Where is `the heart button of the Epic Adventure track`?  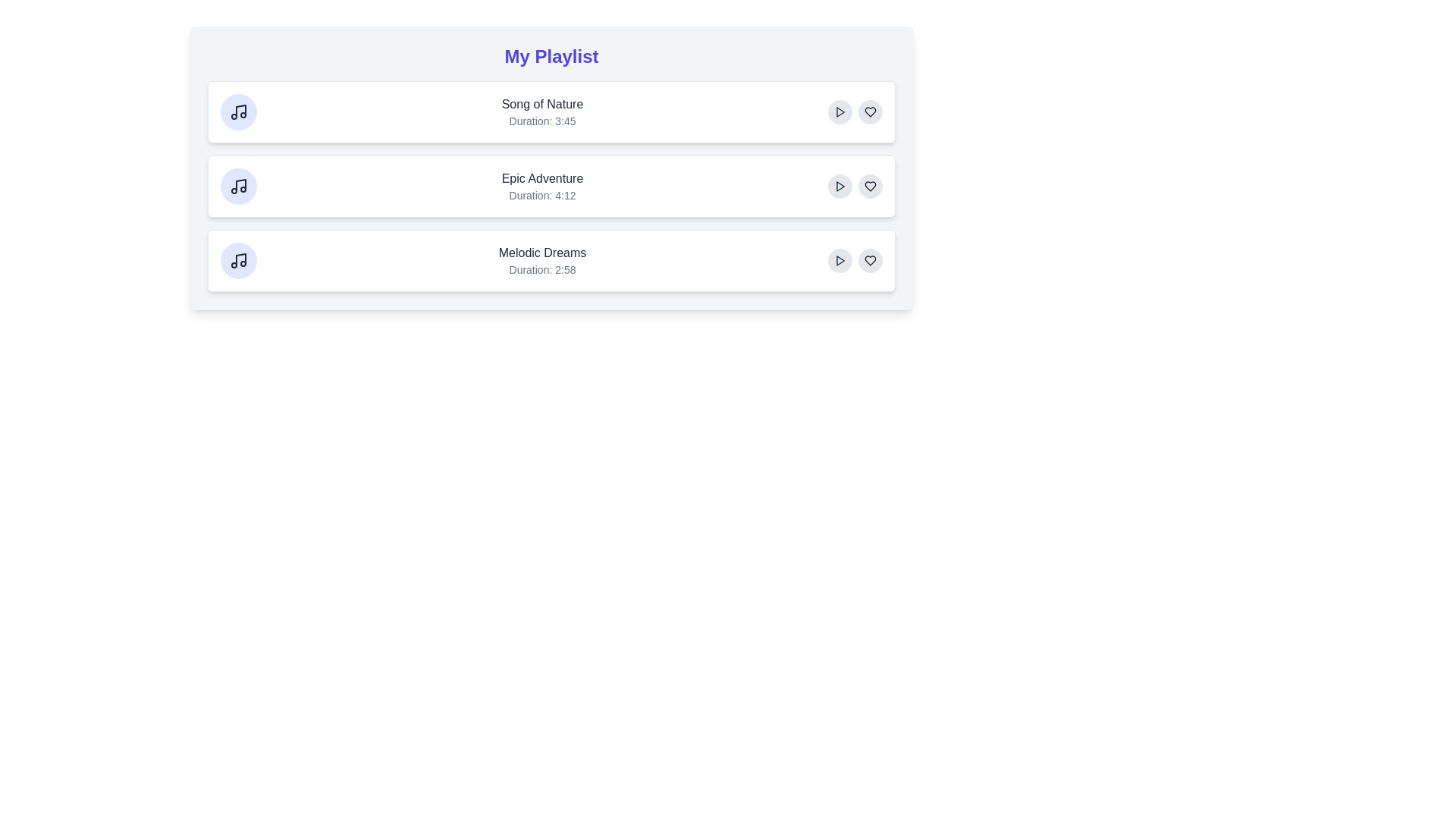
the heart button of the Epic Adventure track is located at coordinates (870, 186).